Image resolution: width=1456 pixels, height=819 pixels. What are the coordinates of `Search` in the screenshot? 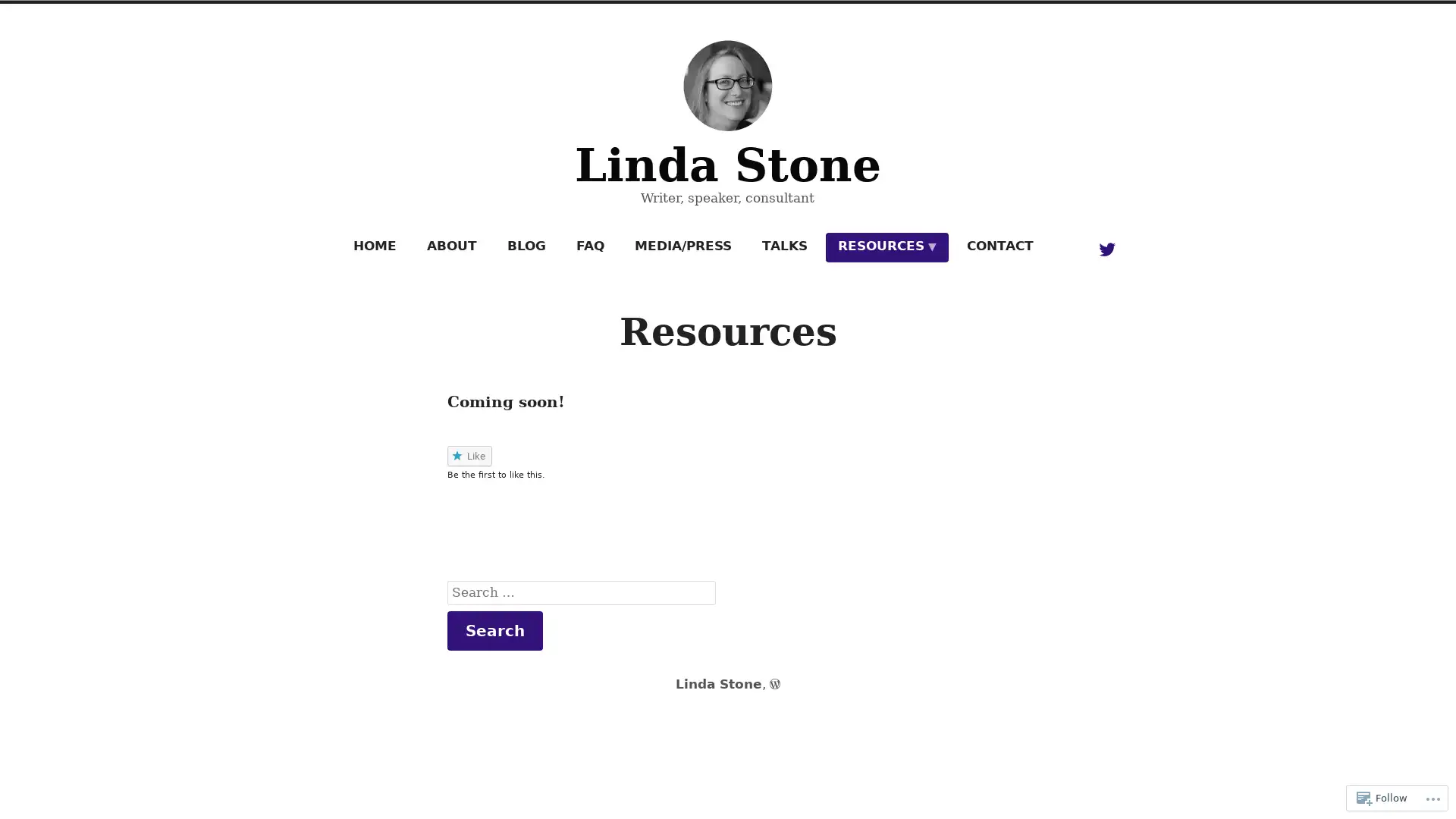 It's located at (494, 629).